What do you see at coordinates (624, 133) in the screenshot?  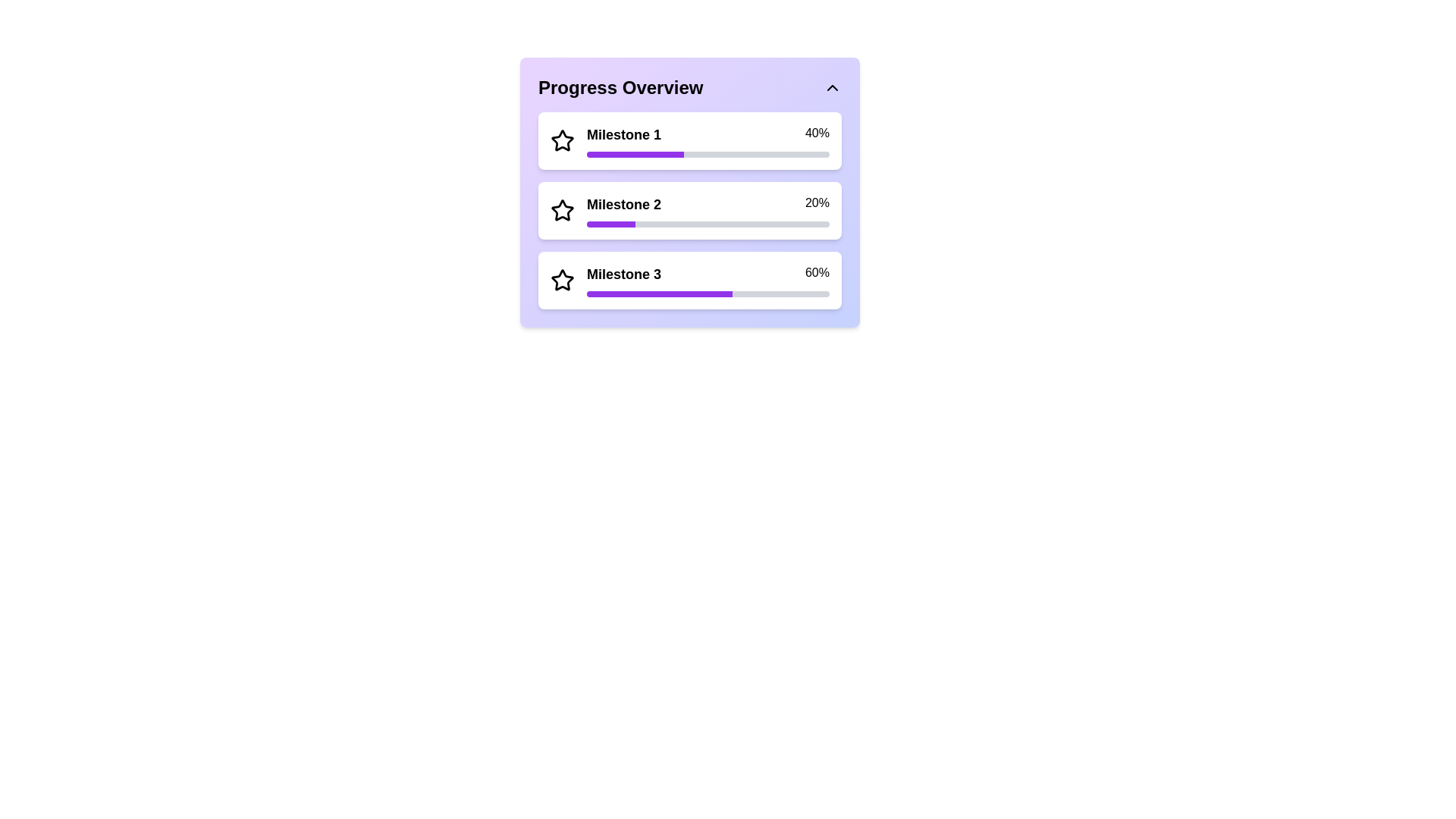 I see `the 'Milestone 1' text label, which is bold and larger in font size, indicating emphasis and located to the right of a star-shaped icon above a progress bar in the 'Progress Overview' card` at bounding box center [624, 133].